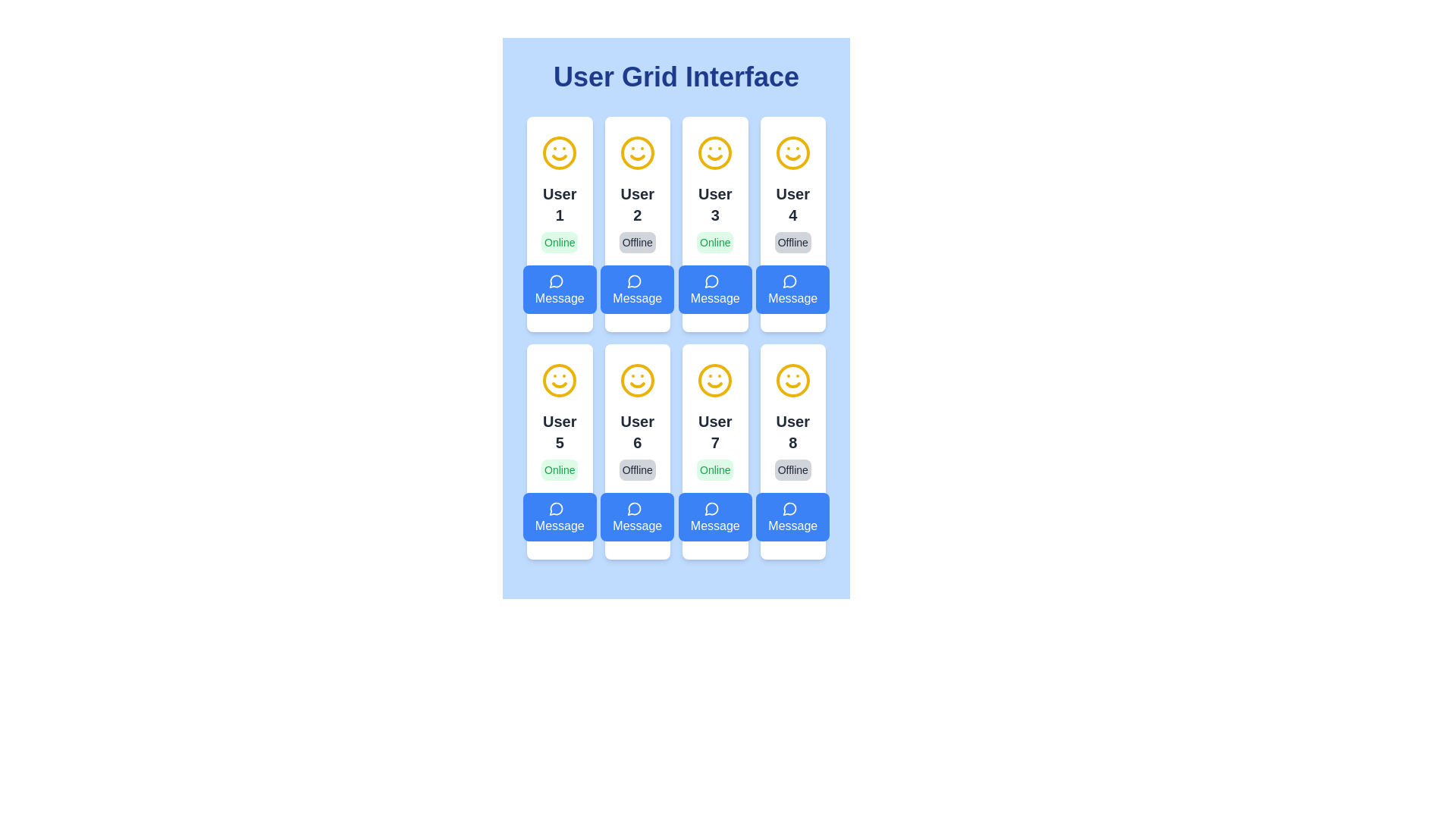 This screenshot has height=819, width=1456. I want to click on the 'Message' button which contains the blue circular speech bubble icon, so click(556, 508).